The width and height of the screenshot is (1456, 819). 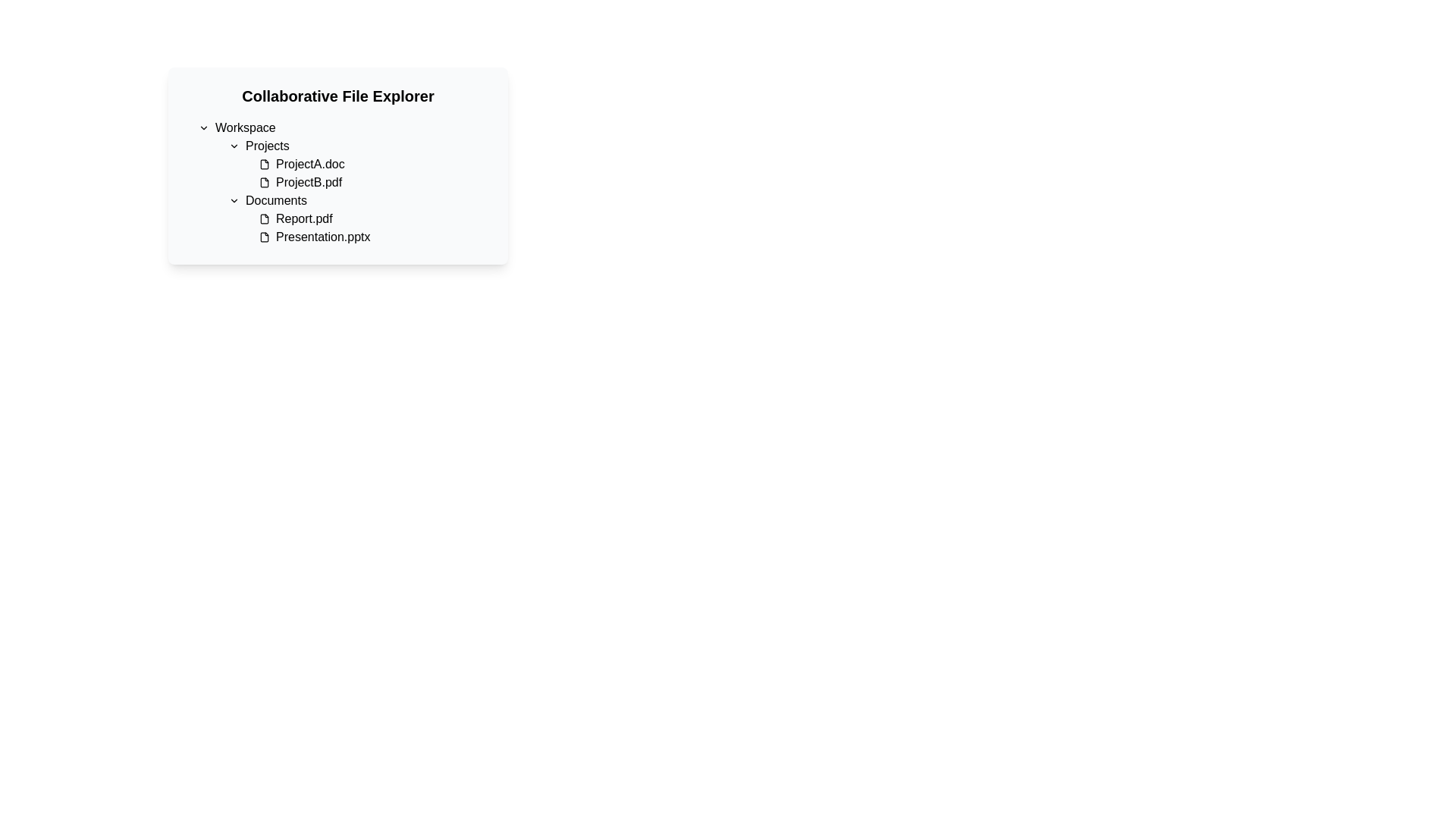 What do you see at coordinates (276, 200) in the screenshot?
I see `the chevron icon to the left of the 'Documents' text label` at bounding box center [276, 200].